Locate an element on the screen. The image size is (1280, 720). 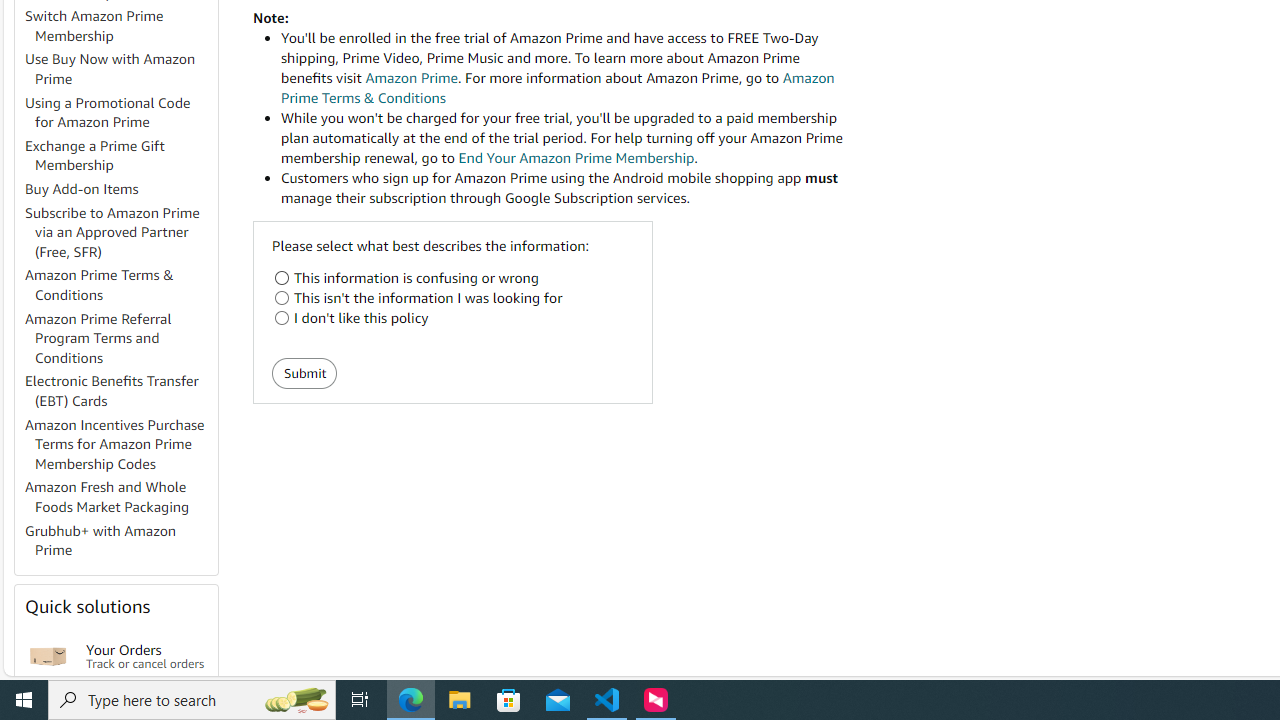
'Using a Promotional Code for Amazon Prime' is located at coordinates (107, 112).